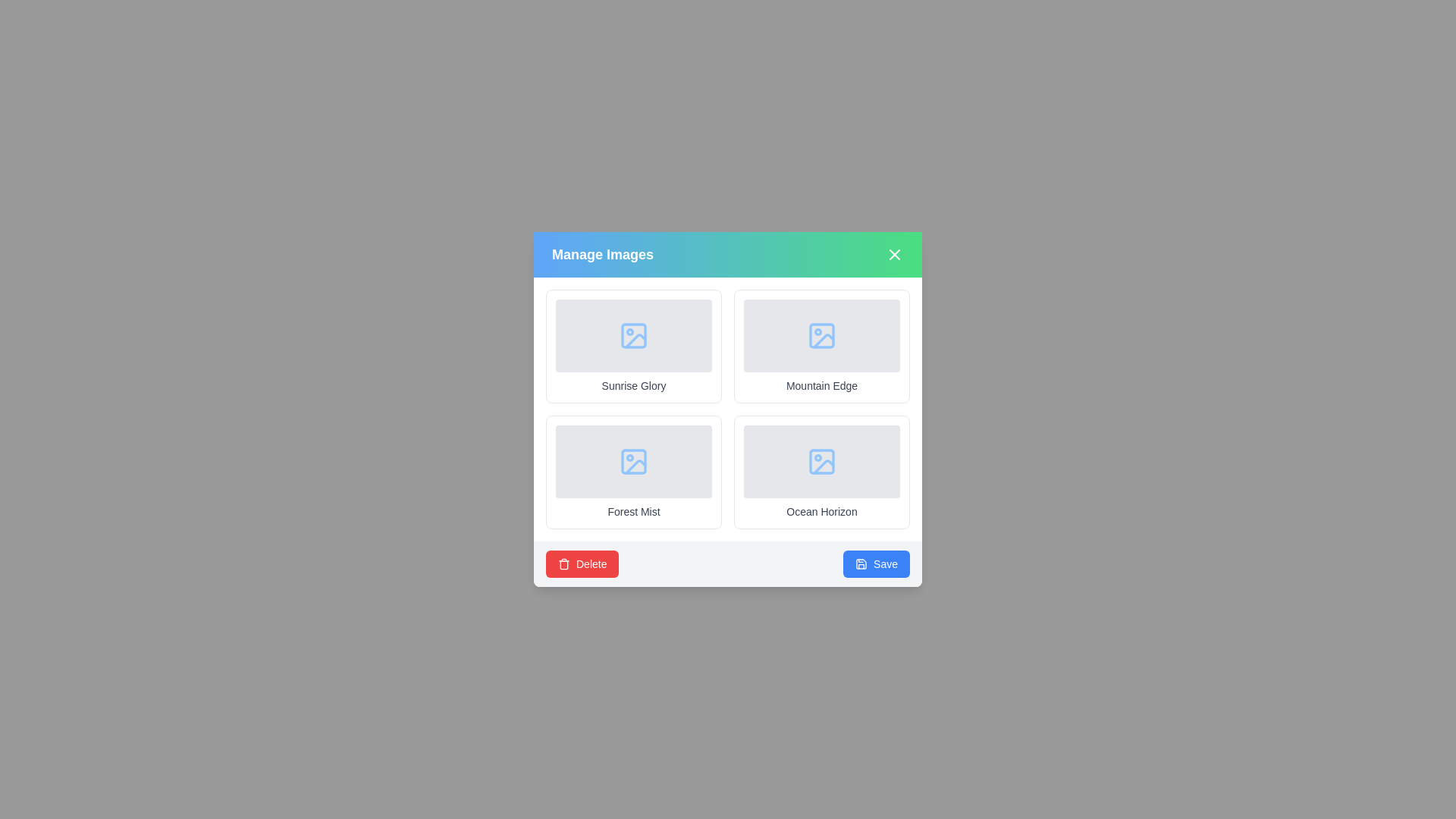 The height and width of the screenshot is (819, 1456). Describe the element at coordinates (582, 564) in the screenshot. I see `the 'Delete' button, which is a rectangular red button with white text and a trash icon, located in the bottom-left section of a footer bar in a dialog box, to activate visual feedback` at that location.